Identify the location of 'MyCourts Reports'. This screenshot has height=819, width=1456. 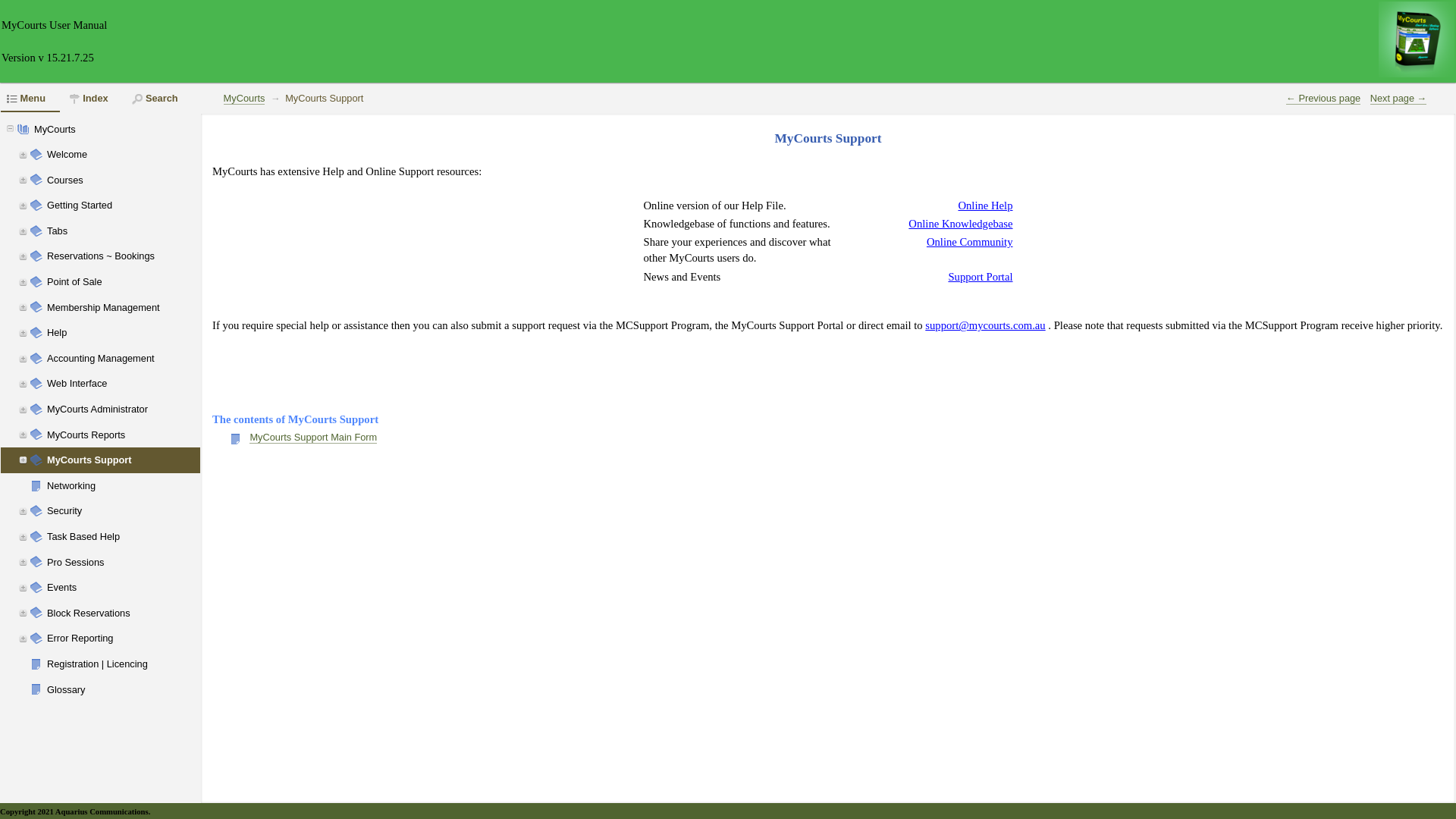
(143, 435).